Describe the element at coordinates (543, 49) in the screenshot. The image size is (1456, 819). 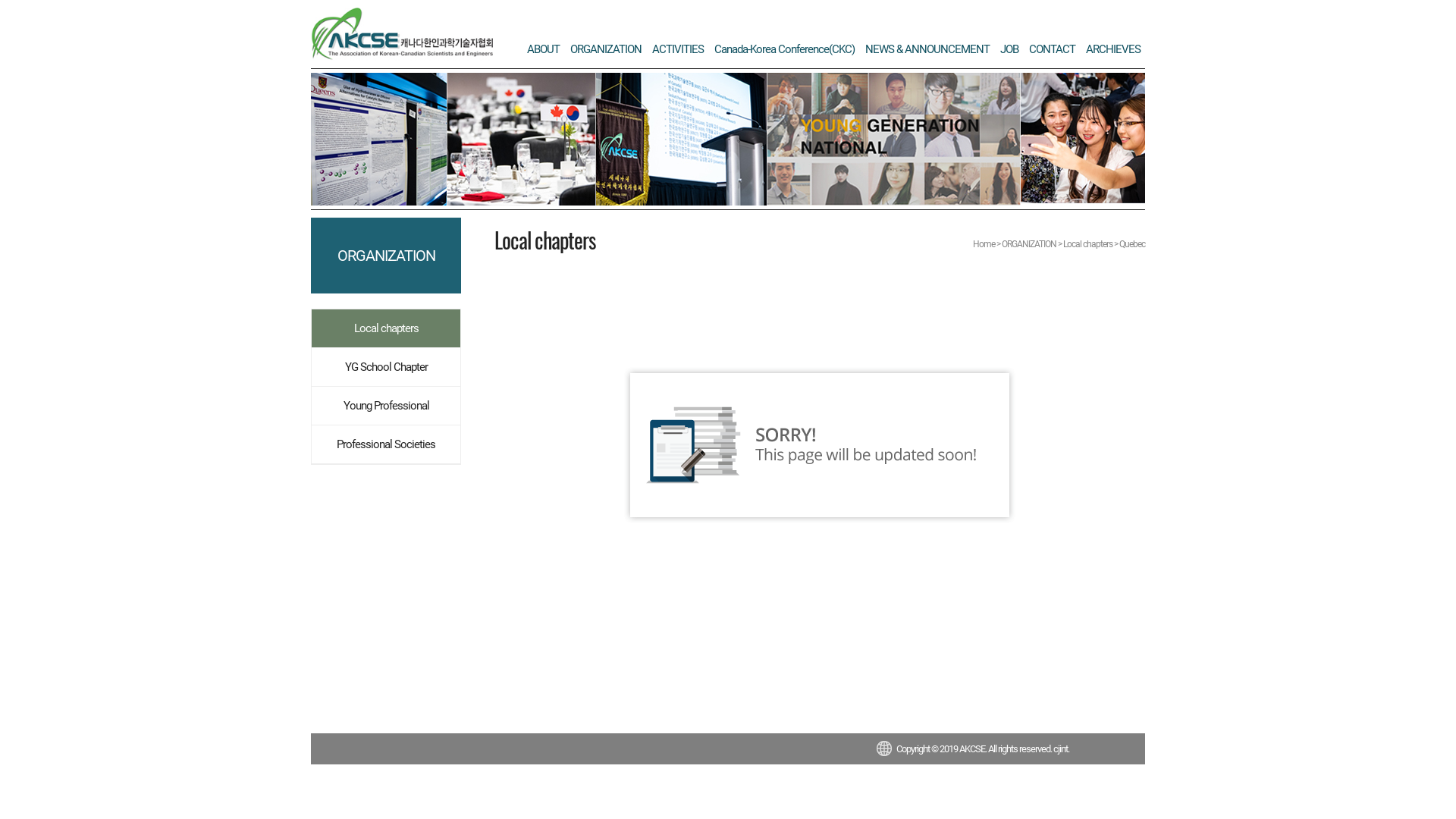
I see `'ABOUT'` at that location.